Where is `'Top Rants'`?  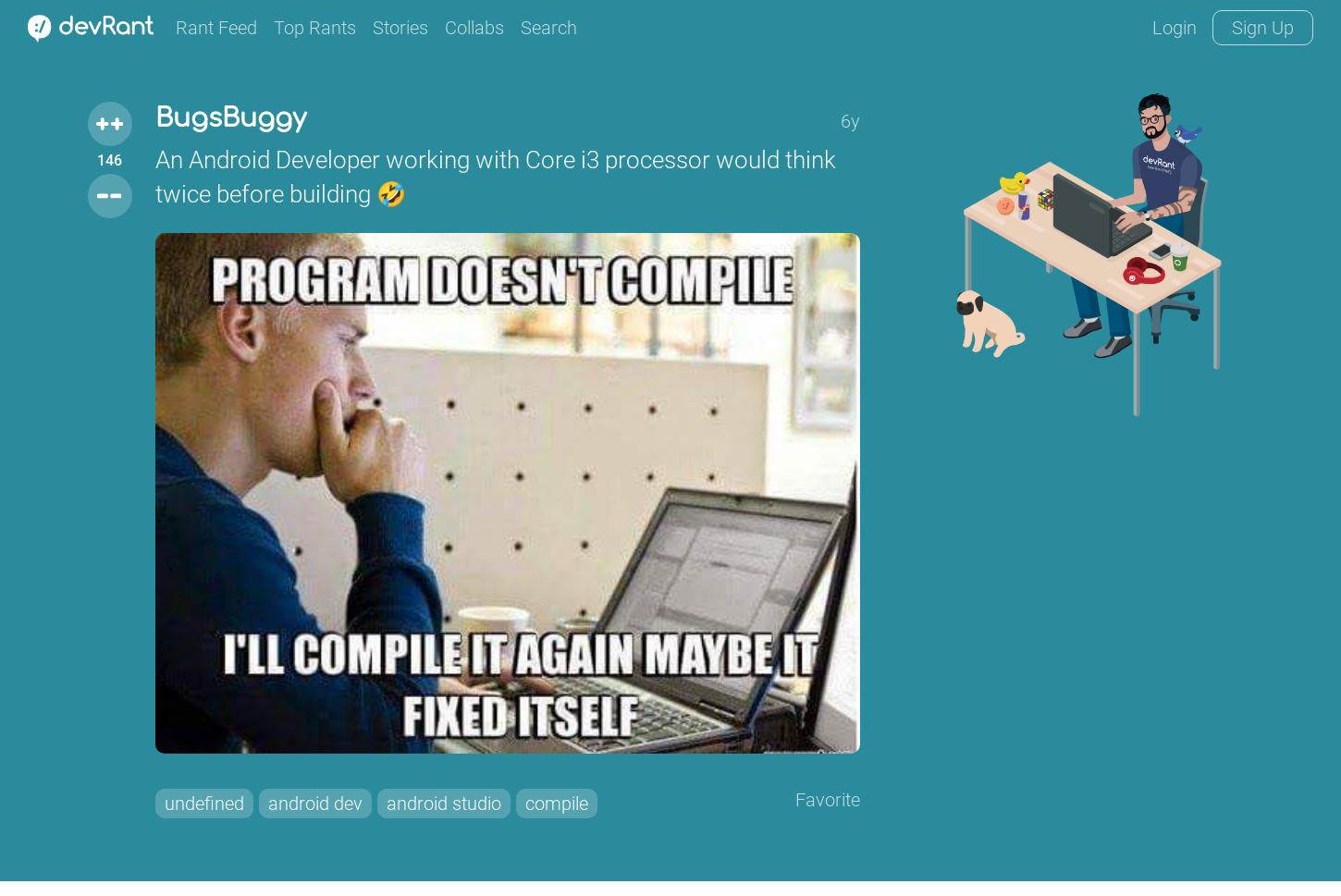
'Top Rants' is located at coordinates (314, 28).